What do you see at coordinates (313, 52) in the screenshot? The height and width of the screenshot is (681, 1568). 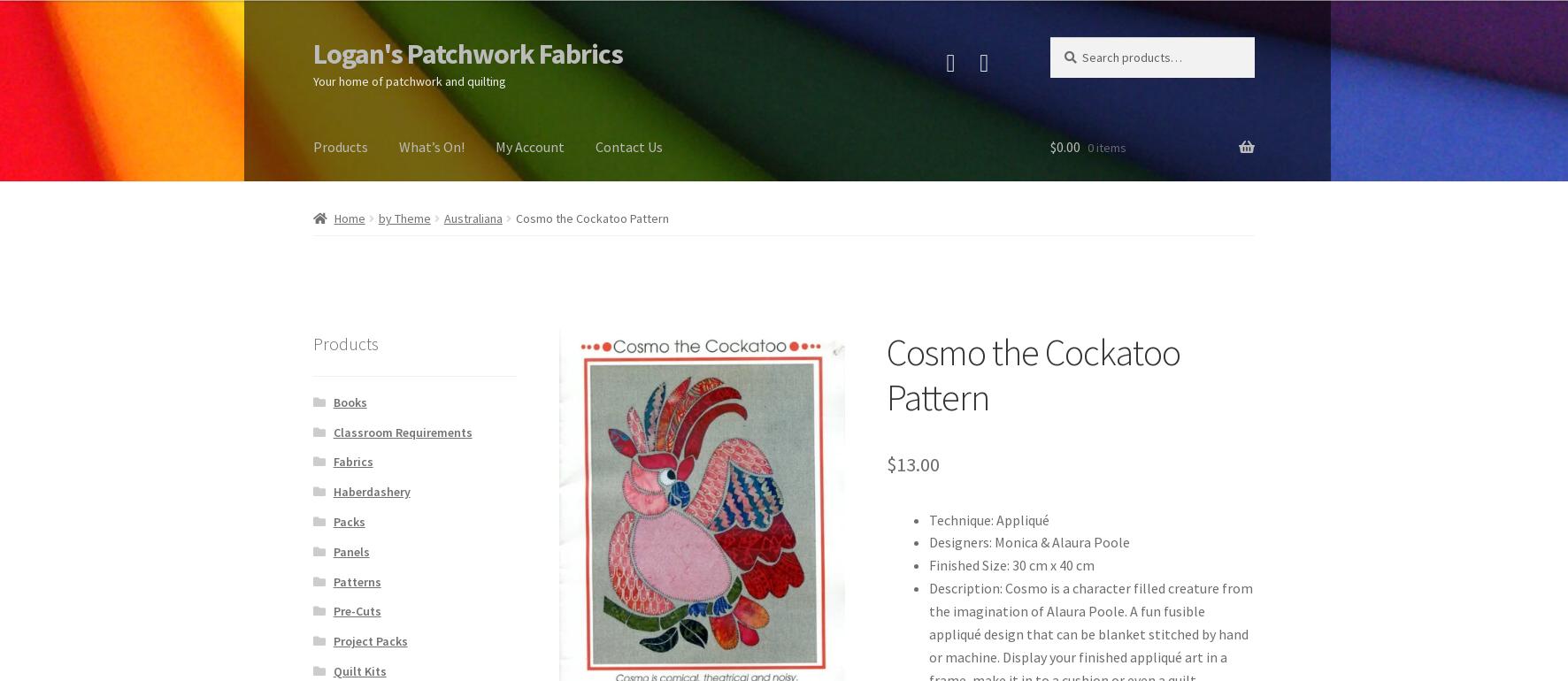 I see `'Logan's Patchwork Fabrics'` at bounding box center [313, 52].